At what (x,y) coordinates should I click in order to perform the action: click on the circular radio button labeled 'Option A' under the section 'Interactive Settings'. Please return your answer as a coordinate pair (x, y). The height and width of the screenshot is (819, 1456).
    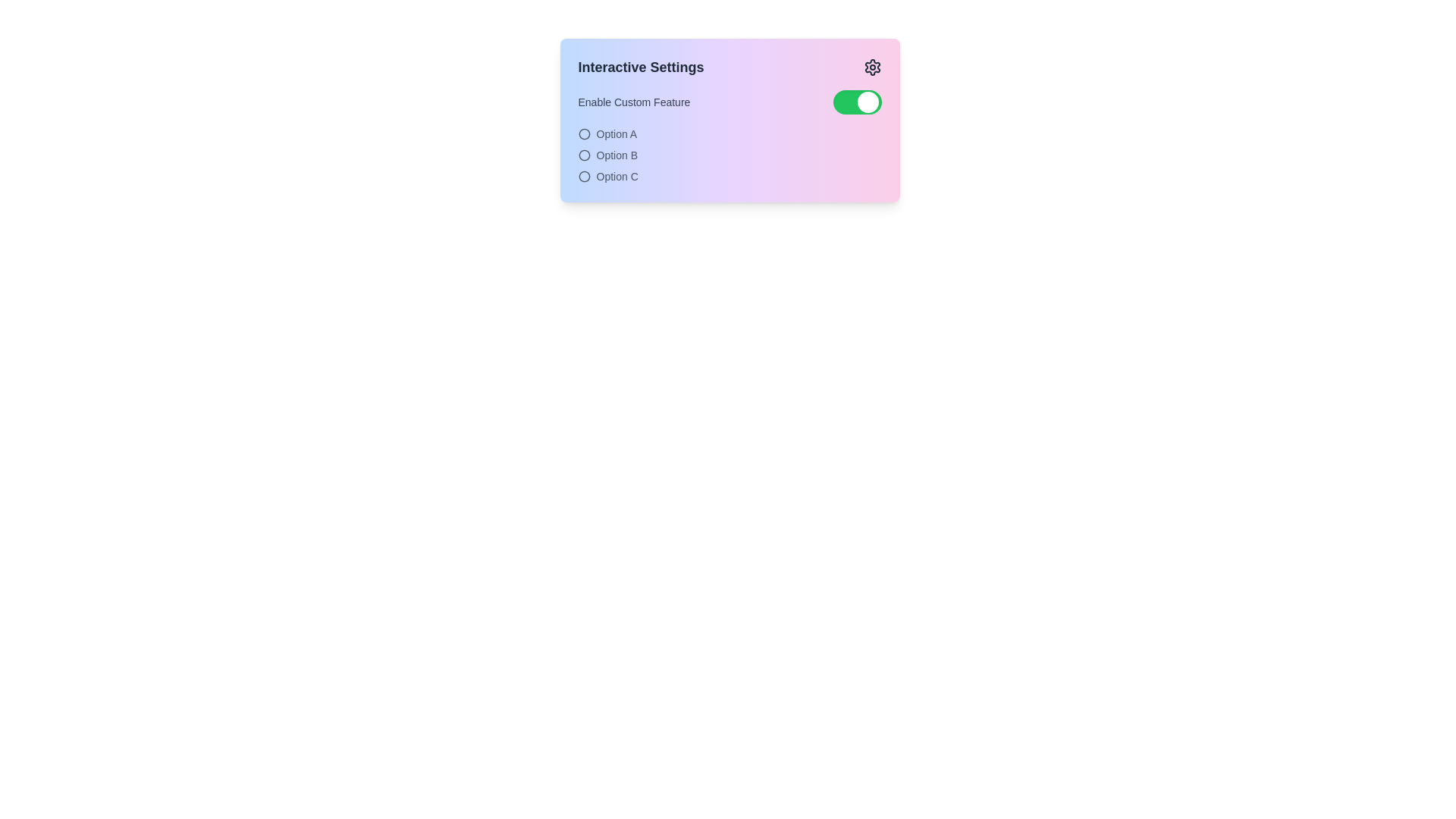
    Looking at the image, I should click on (730, 133).